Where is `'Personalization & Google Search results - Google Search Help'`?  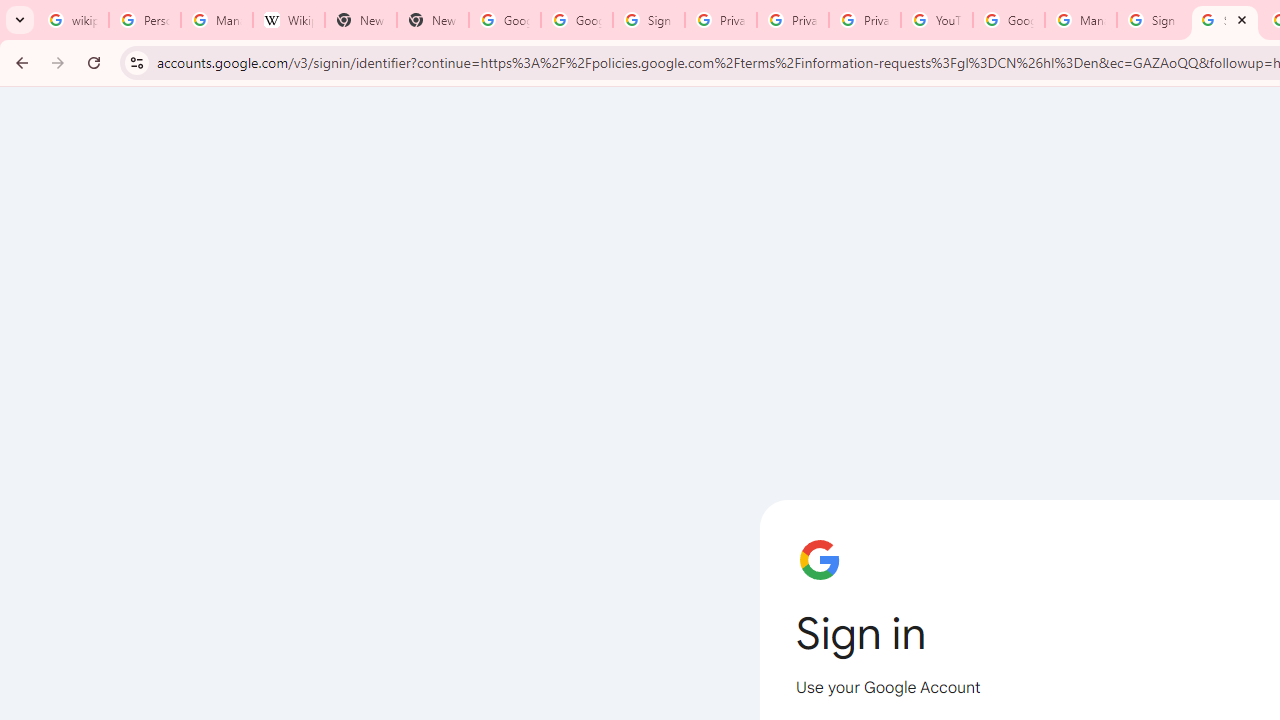 'Personalization & Google Search results - Google Search Help' is located at coordinates (143, 20).